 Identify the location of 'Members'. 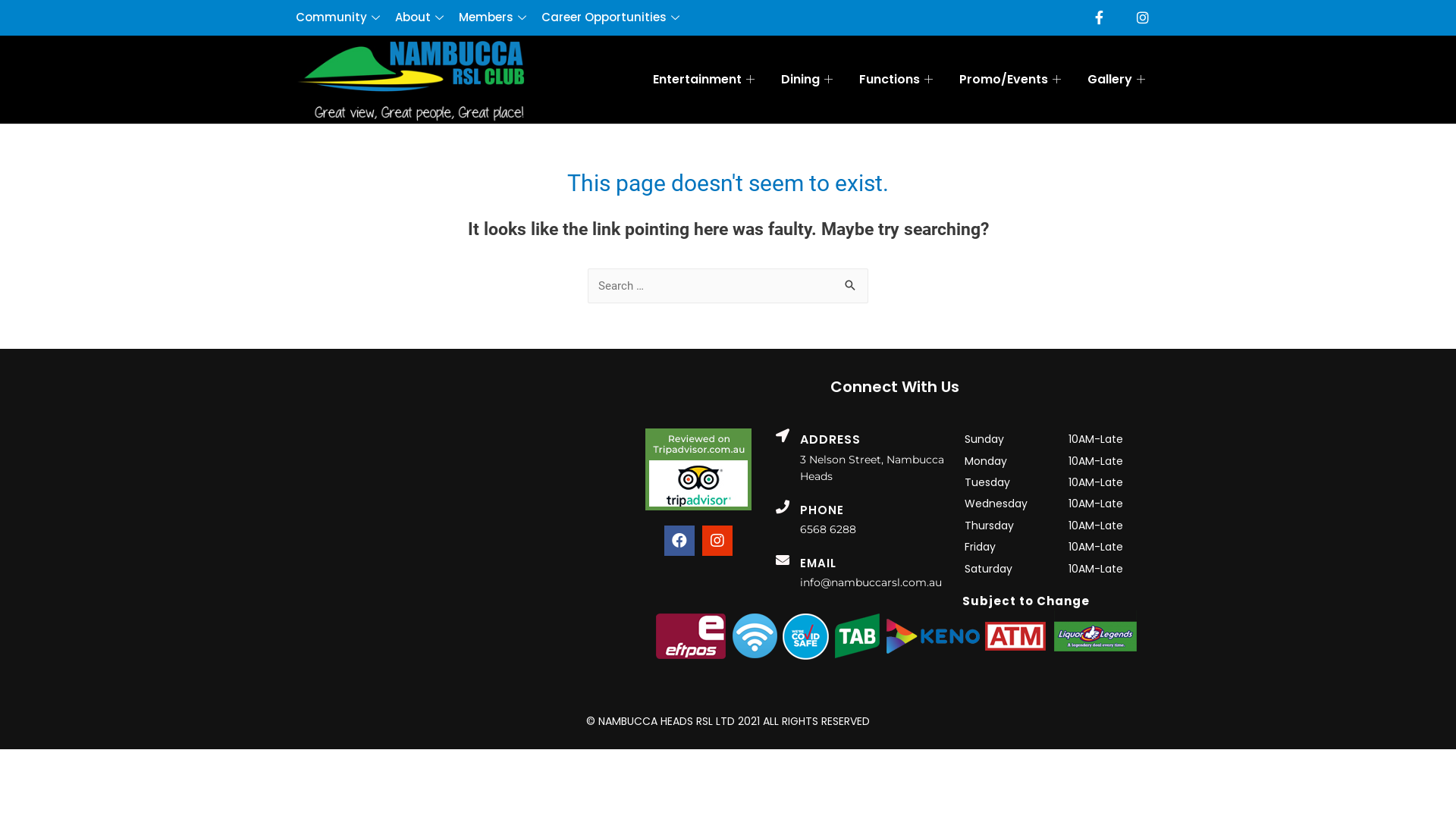
(500, 17).